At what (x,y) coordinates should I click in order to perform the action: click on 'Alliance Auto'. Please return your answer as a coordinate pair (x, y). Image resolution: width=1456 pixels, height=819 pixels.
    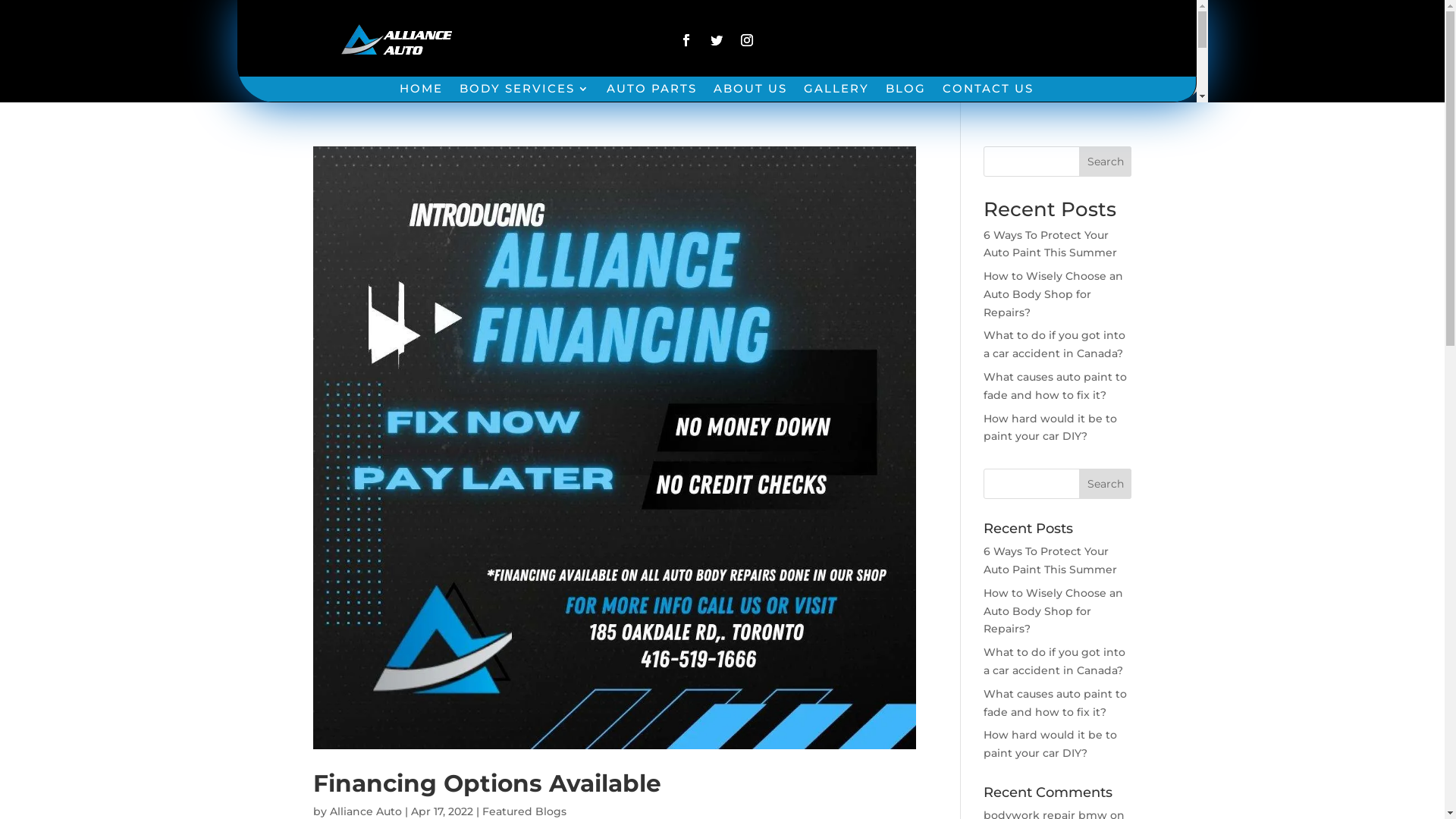
    Looking at the image, I should click on (365, 810).